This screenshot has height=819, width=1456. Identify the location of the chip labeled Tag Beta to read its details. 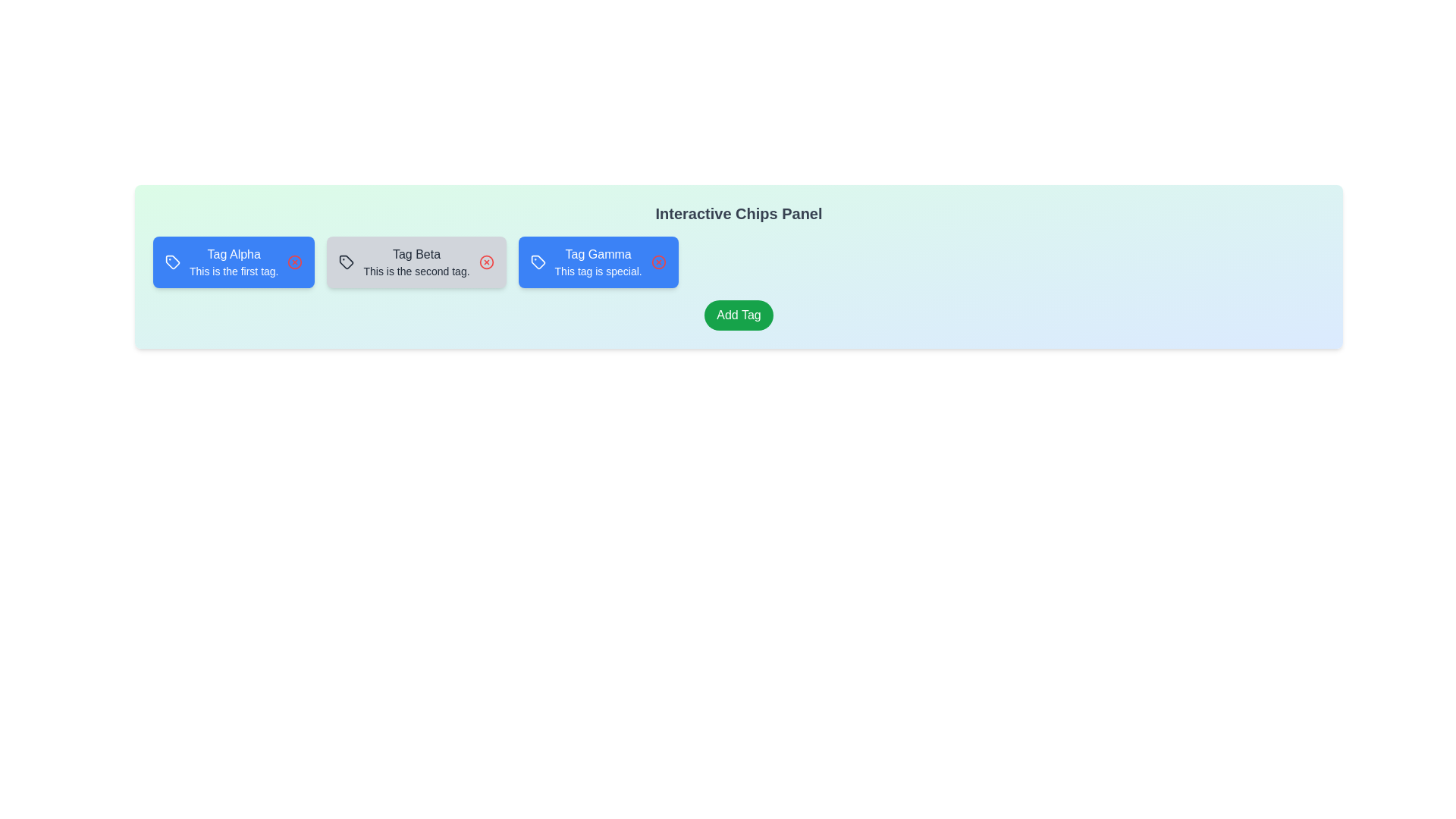
(416, 262).